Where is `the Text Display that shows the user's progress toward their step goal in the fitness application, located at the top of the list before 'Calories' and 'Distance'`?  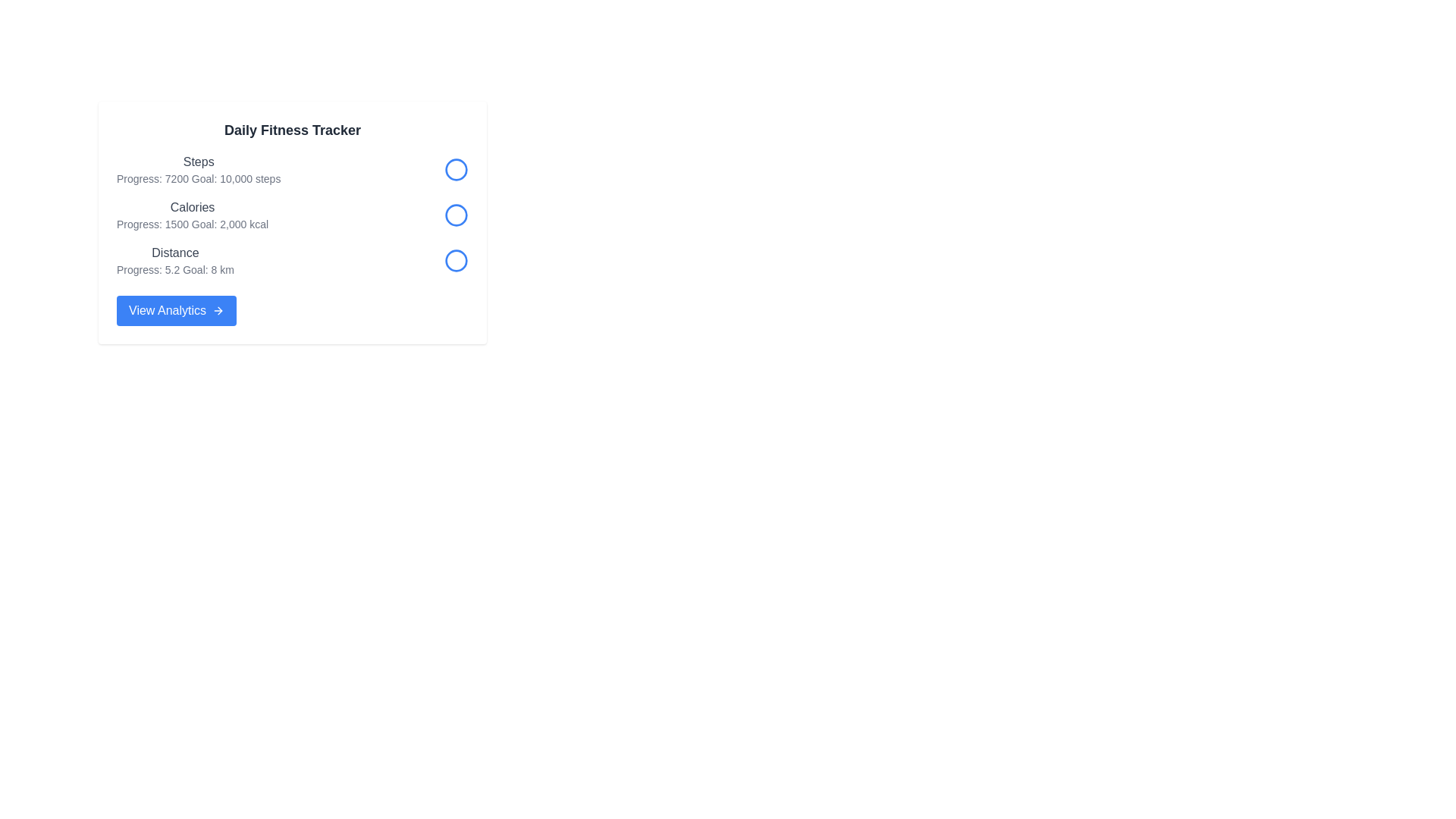 the Text Display that shows the user's progress toward their step goal in the fitness application, located at the top of the list before 'Calories' and 'Distance' is located at coordinates (198, 169).